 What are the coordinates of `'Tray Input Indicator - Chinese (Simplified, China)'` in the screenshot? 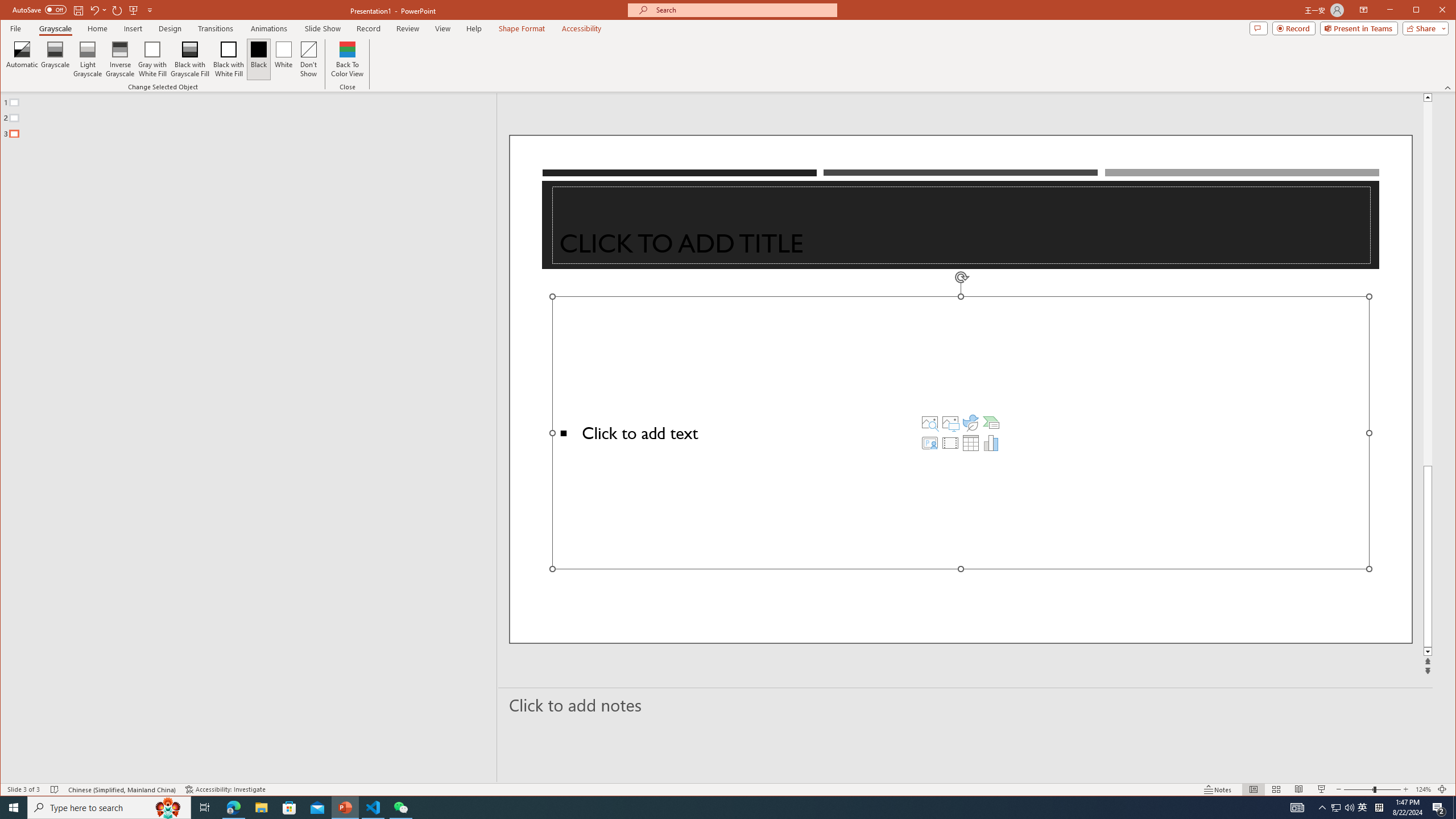 It's located at (1379, 806).